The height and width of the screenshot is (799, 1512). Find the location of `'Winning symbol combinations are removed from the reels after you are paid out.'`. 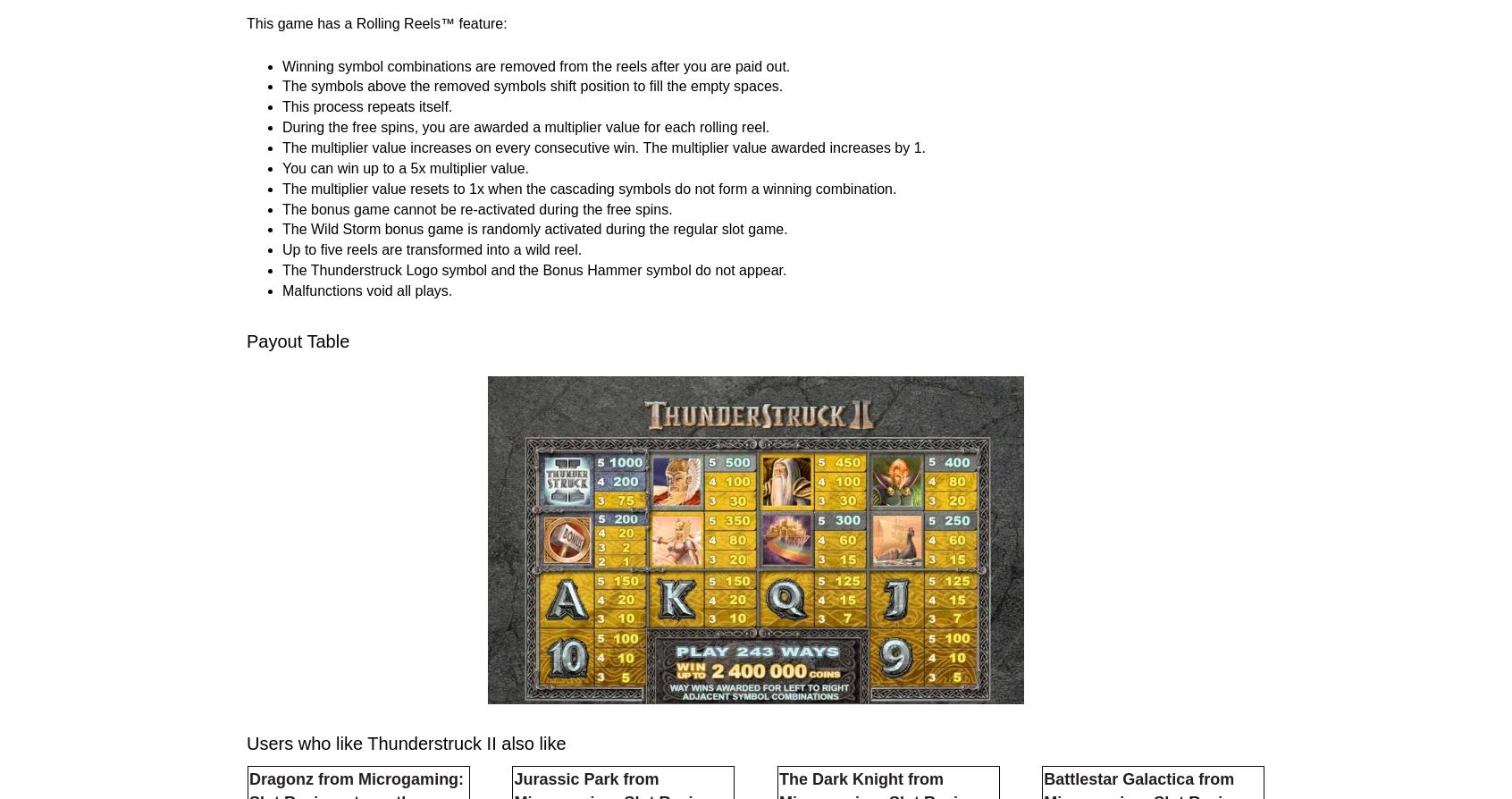

'Winning symbol combinations are removed from the reels after you are paid out.' is located at coordinates (281, 289).